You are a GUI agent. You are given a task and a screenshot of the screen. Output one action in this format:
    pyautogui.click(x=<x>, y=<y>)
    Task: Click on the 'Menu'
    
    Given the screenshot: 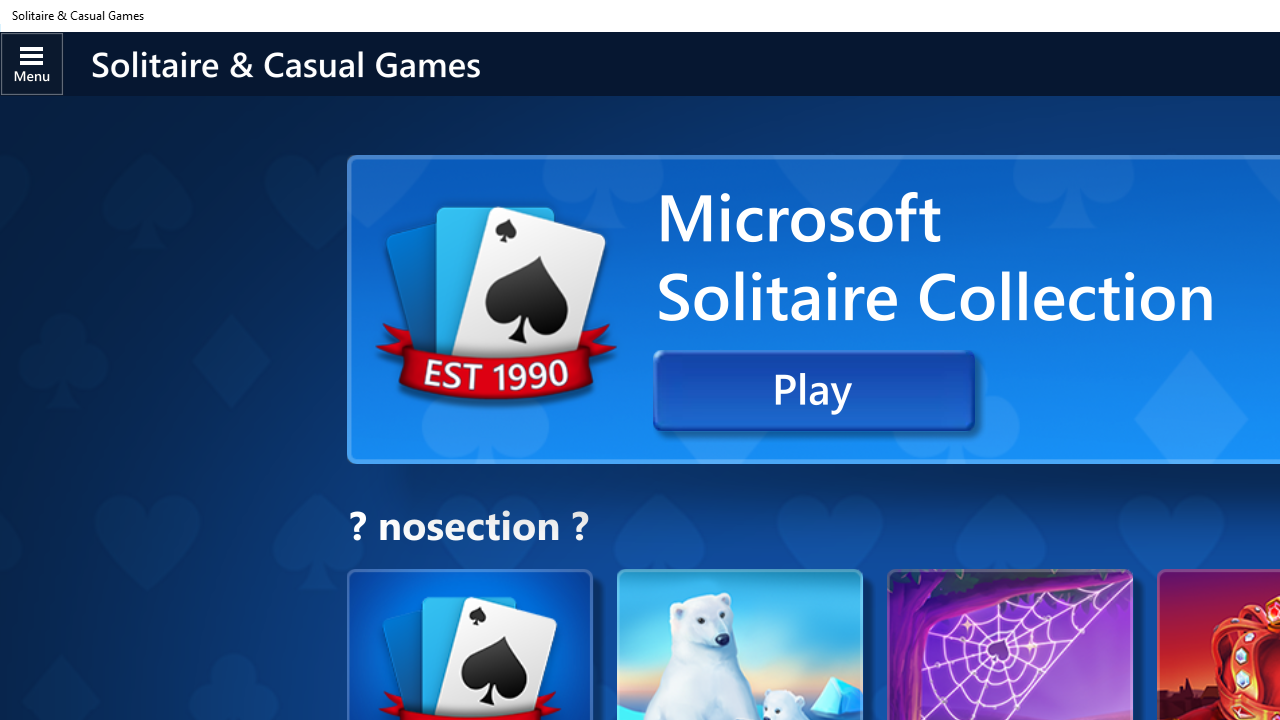 What is the action you would take?
    pyautogui.click(x=32, y=62)
    